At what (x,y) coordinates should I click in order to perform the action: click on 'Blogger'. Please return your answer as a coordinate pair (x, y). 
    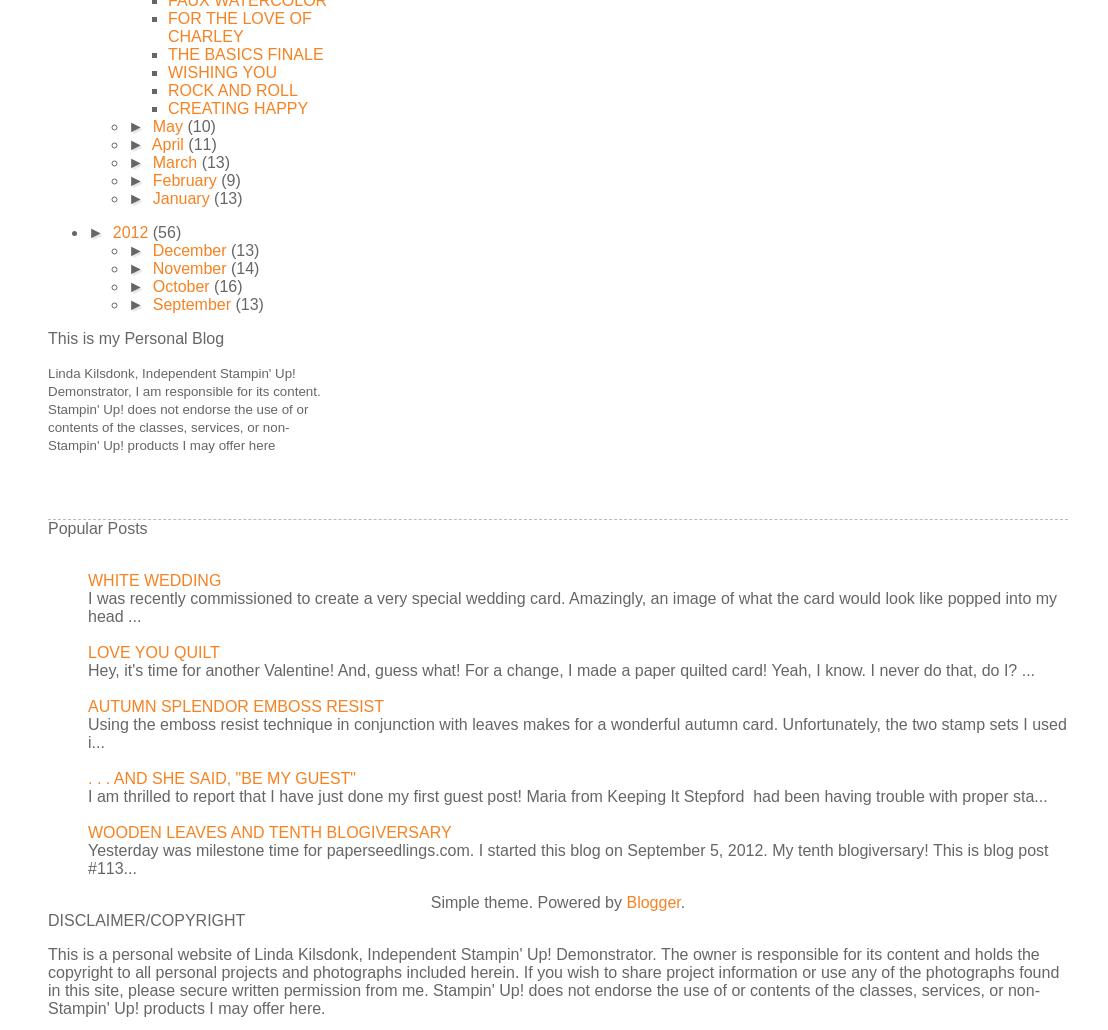
    Looking at the image, I should click on (653, 902).